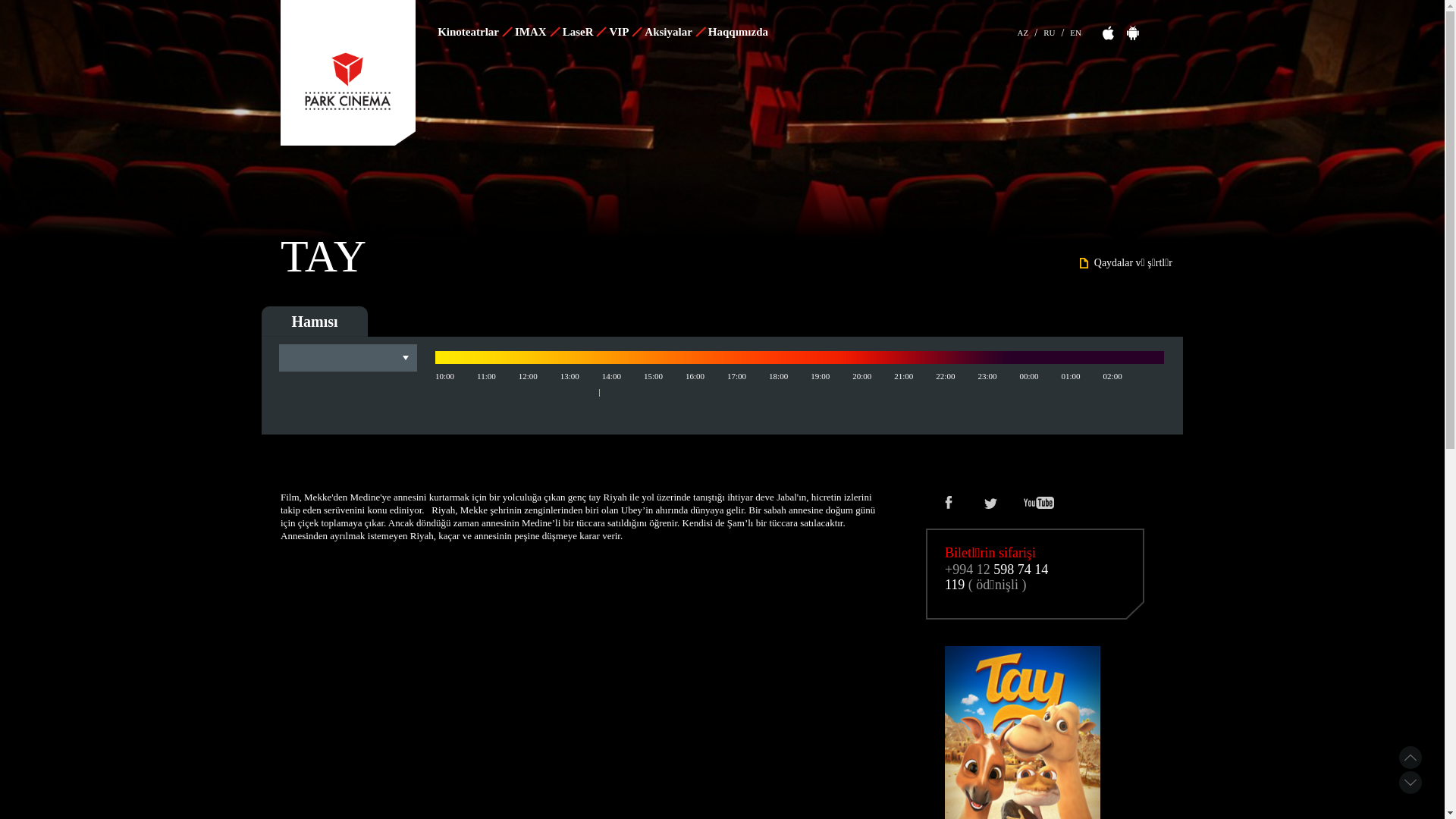 The image size is (1456, 819). I want to click on 'Kinoteatrlar', so click(472, 32).